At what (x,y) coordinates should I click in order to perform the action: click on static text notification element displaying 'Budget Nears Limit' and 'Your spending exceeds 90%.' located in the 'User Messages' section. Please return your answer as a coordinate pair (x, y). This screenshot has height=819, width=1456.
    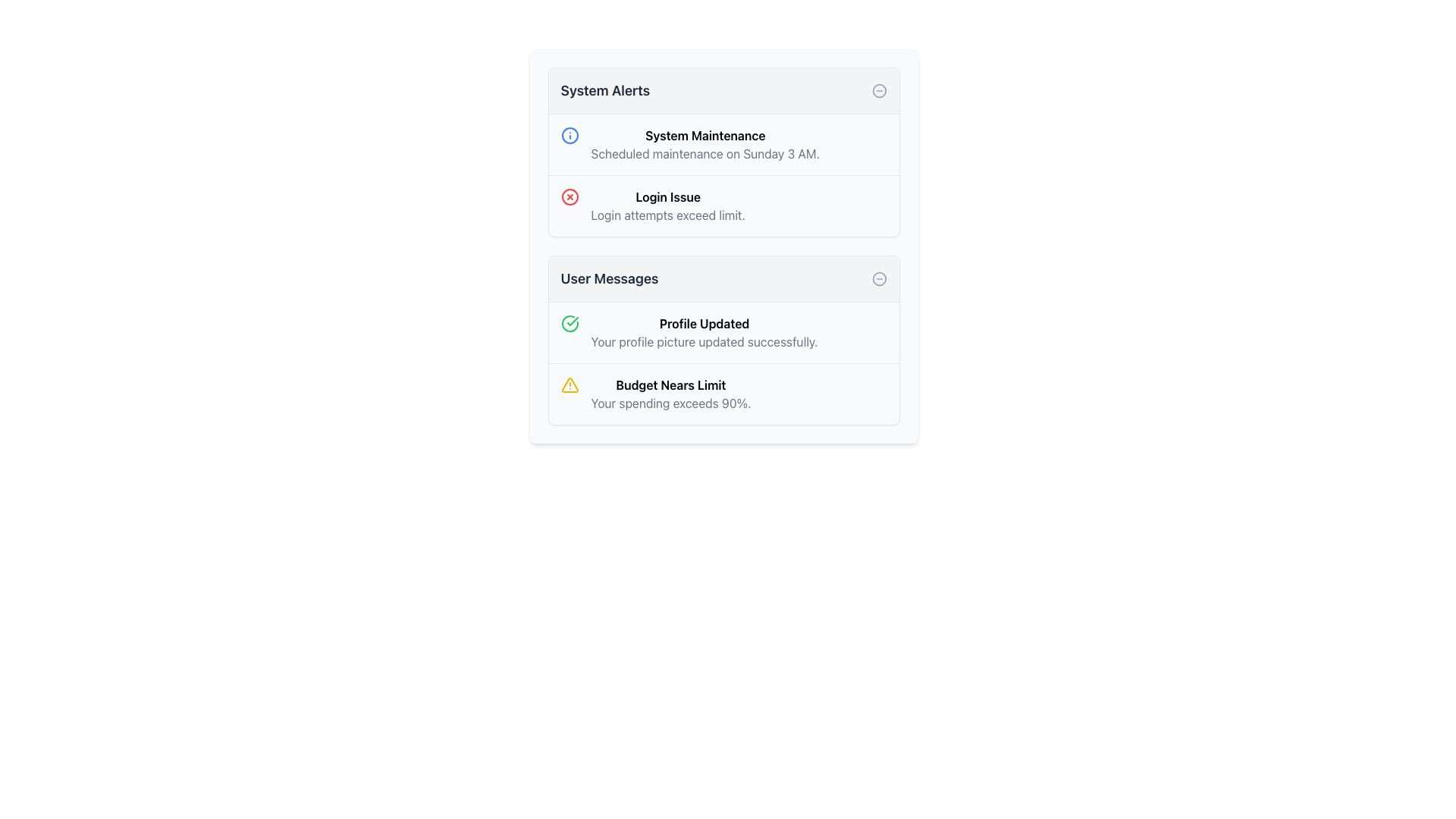
    Looking at the image, I should click on (670, 394).